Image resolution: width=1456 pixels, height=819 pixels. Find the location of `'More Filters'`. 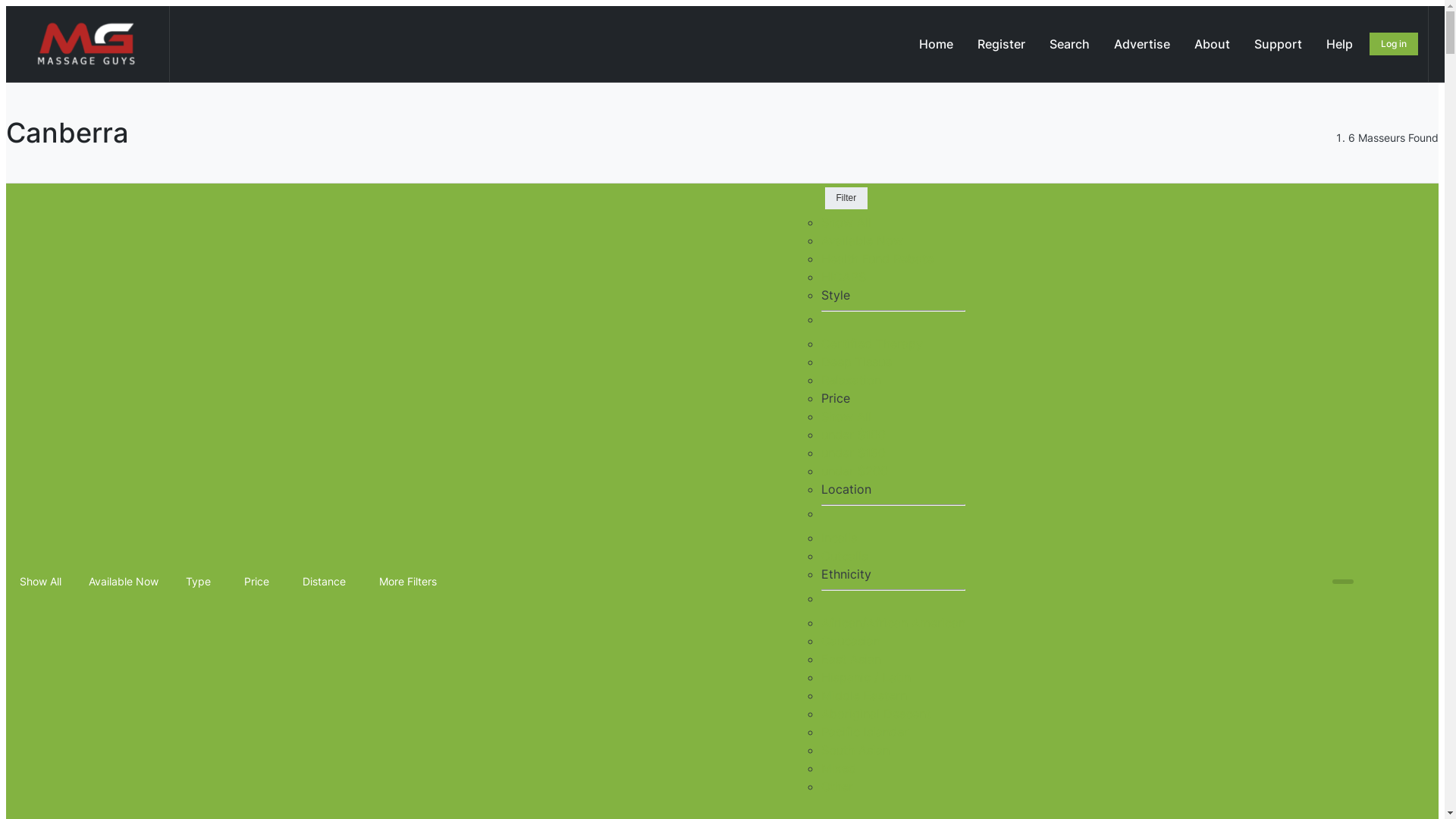

'More Filters' is located at coordinates (411, 581).